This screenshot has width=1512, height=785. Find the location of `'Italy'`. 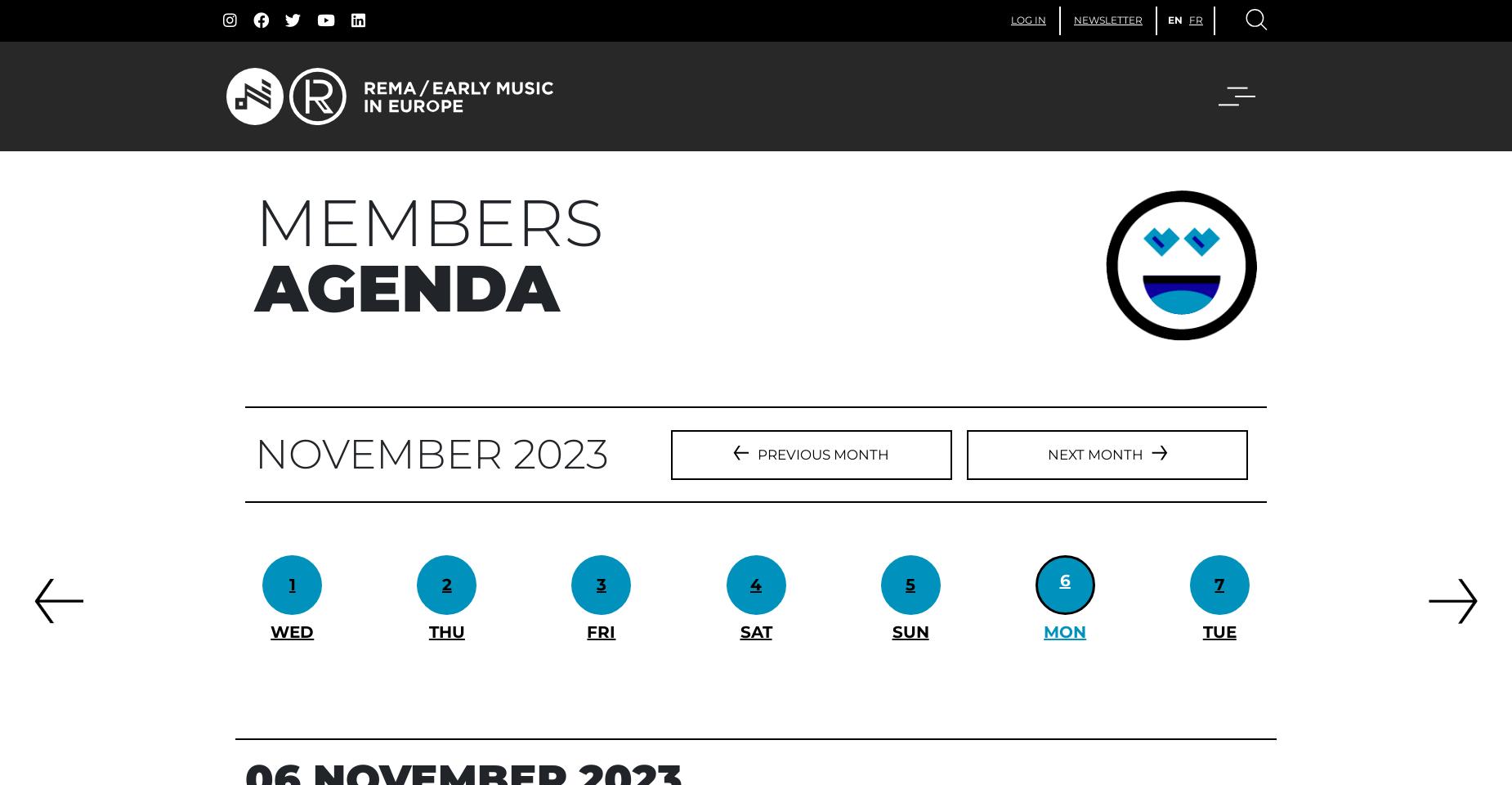

'Italy' is located at coordinates (748, 561).